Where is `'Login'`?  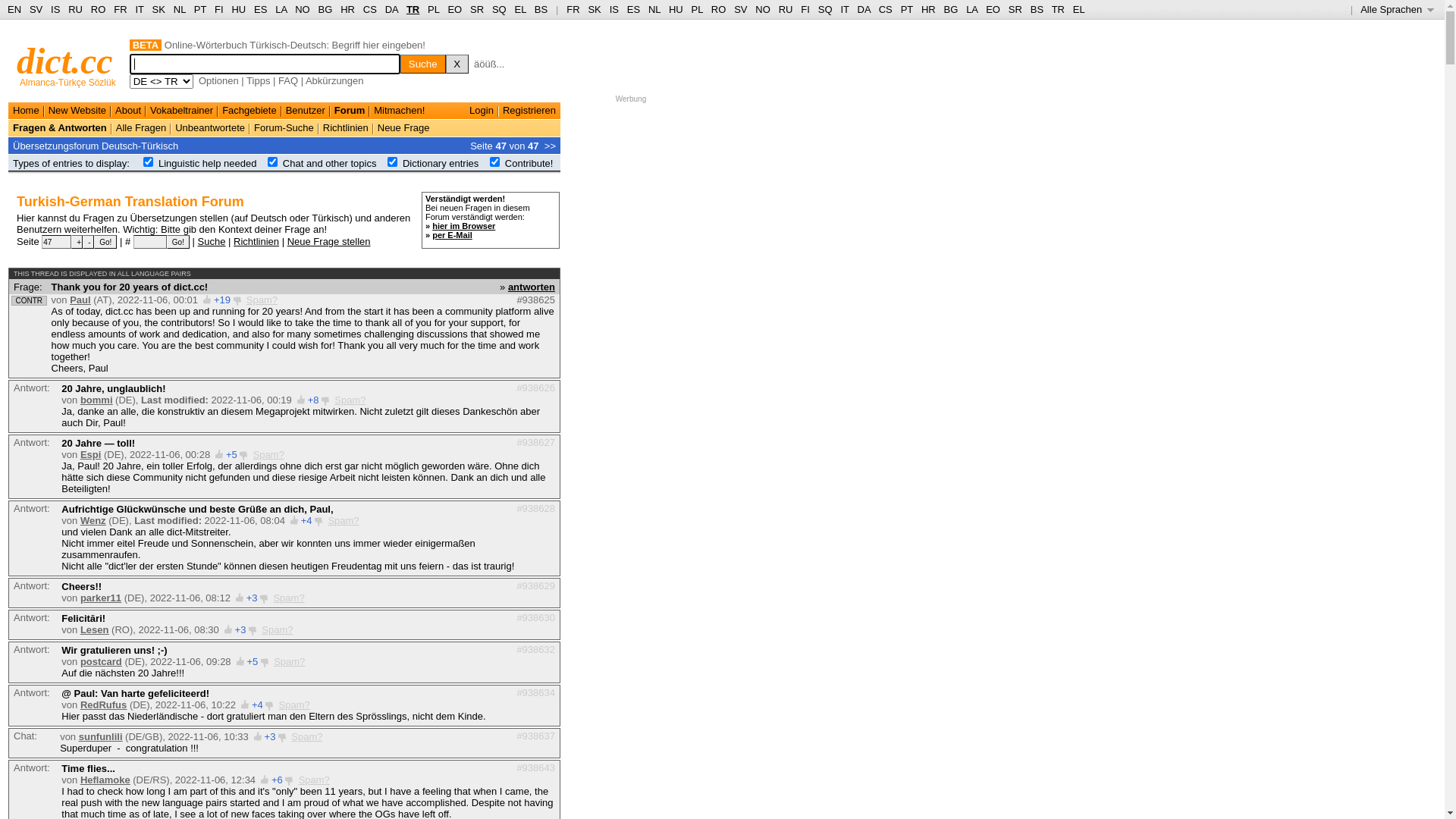
'Login' is located at coordinates (480, 109).